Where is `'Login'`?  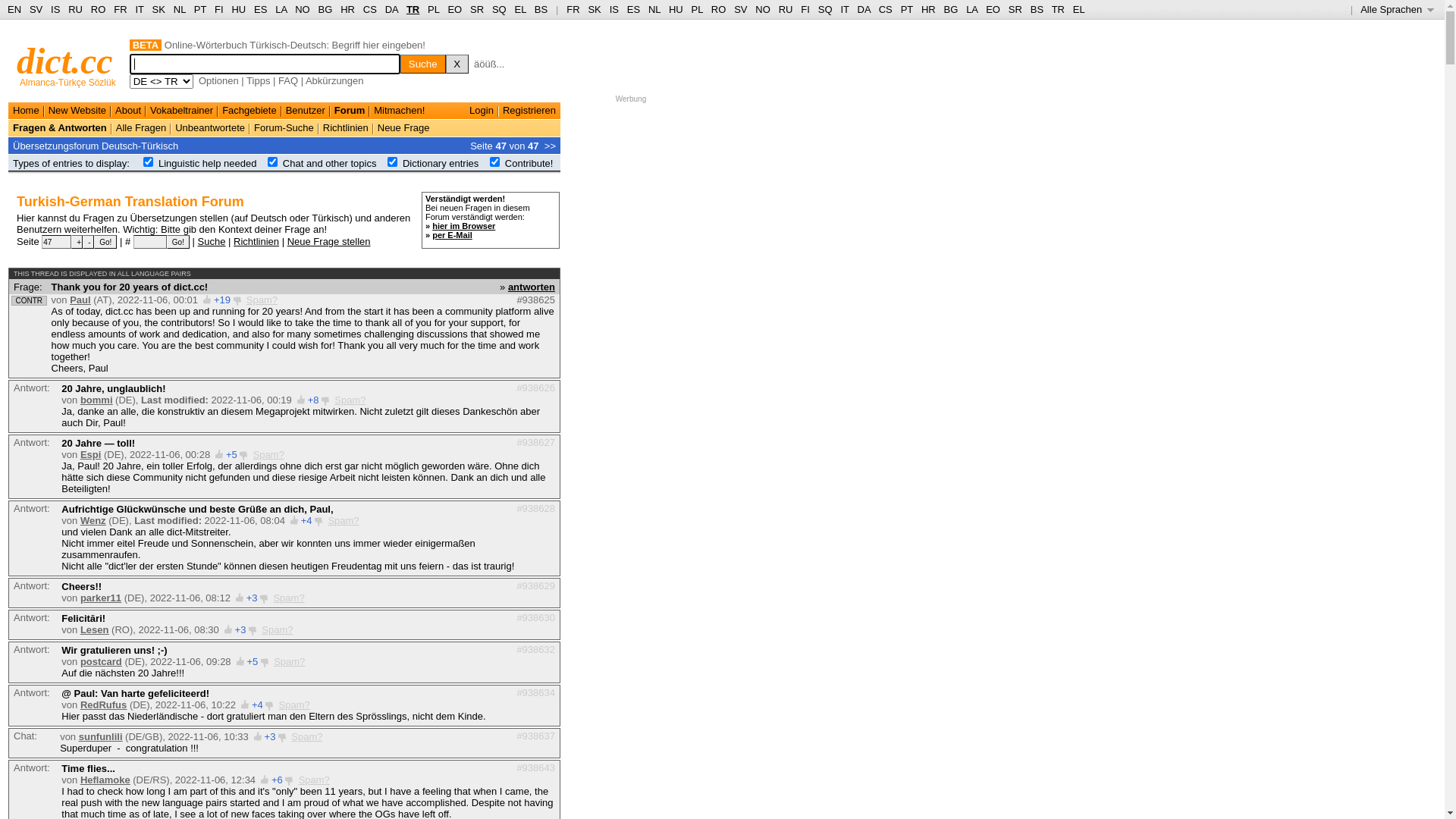
'Login' is located at coordinates (480, 109).